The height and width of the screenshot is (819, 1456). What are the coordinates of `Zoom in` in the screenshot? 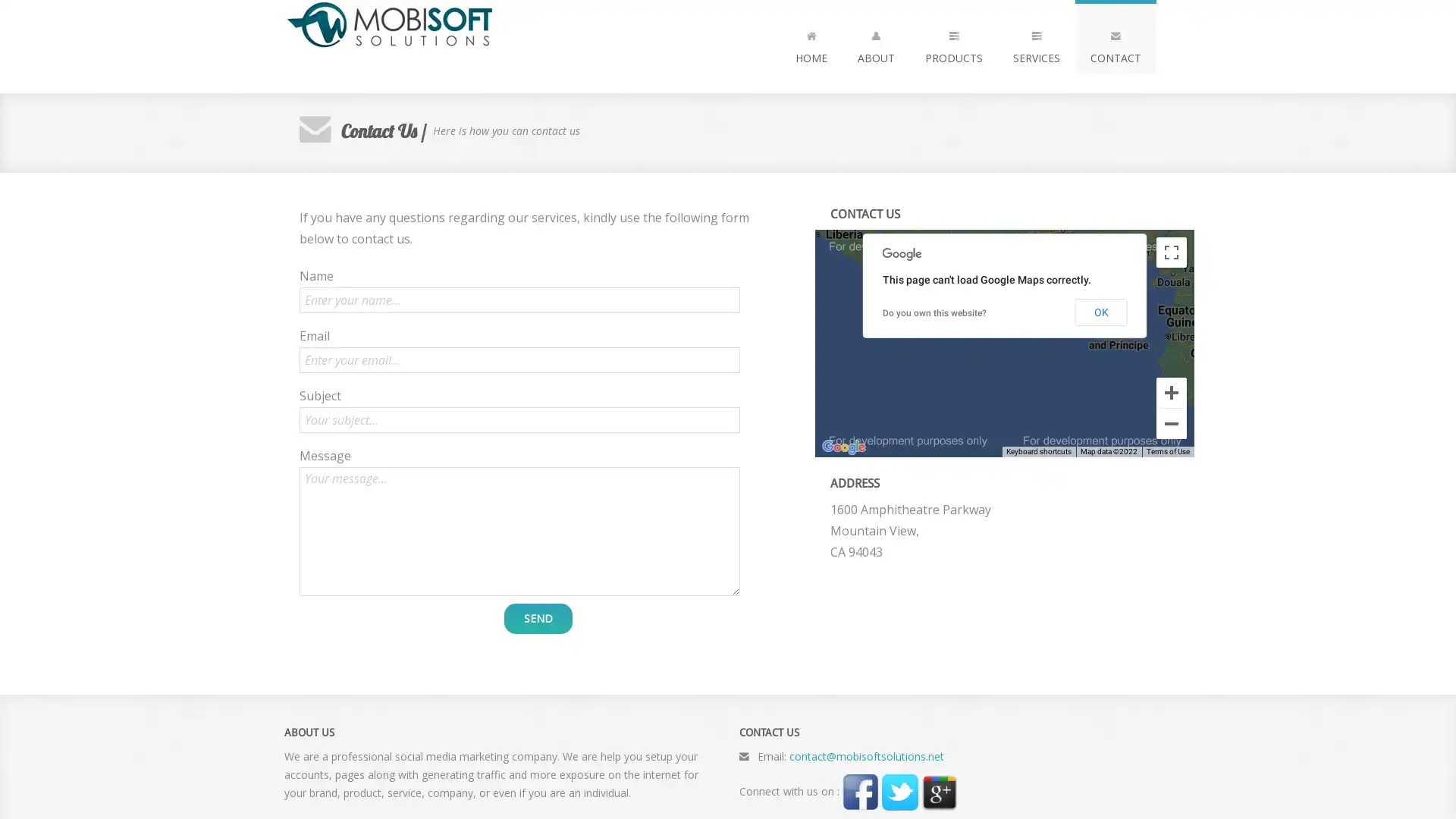 It's located at (1171, 391).